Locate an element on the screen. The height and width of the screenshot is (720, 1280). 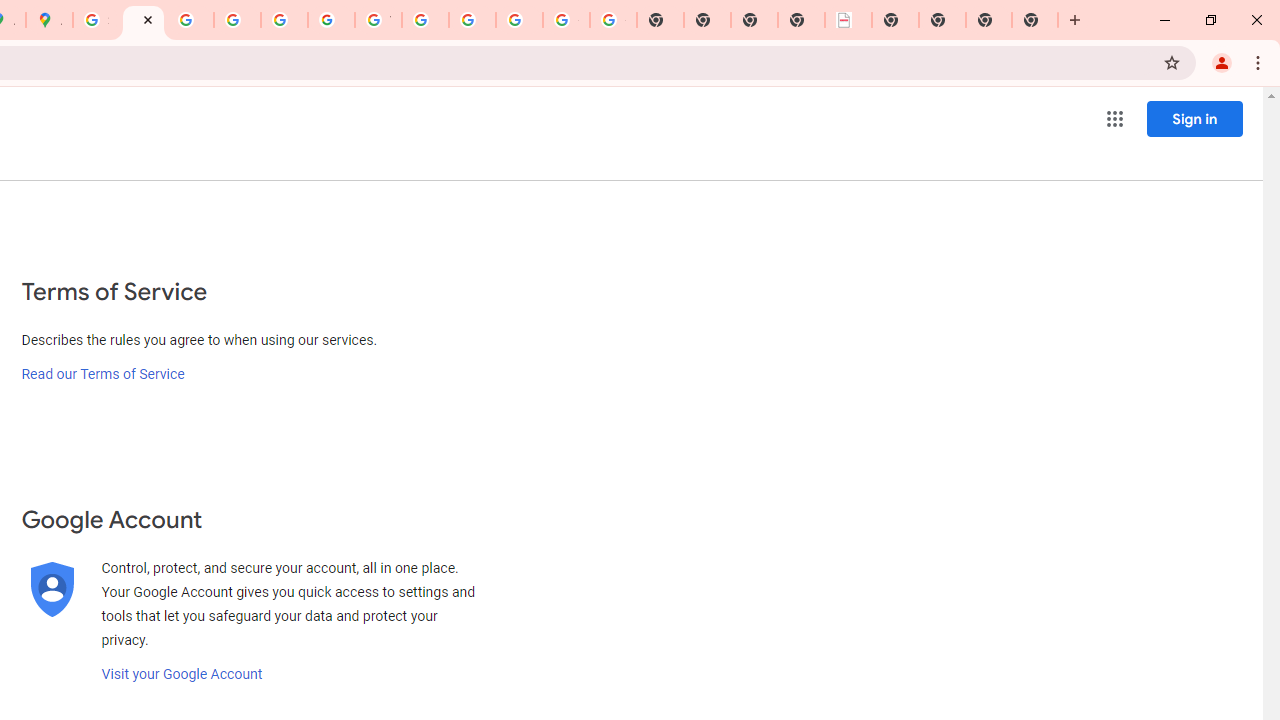
'Visit your Google Account' is located at coordinates (181, 674).